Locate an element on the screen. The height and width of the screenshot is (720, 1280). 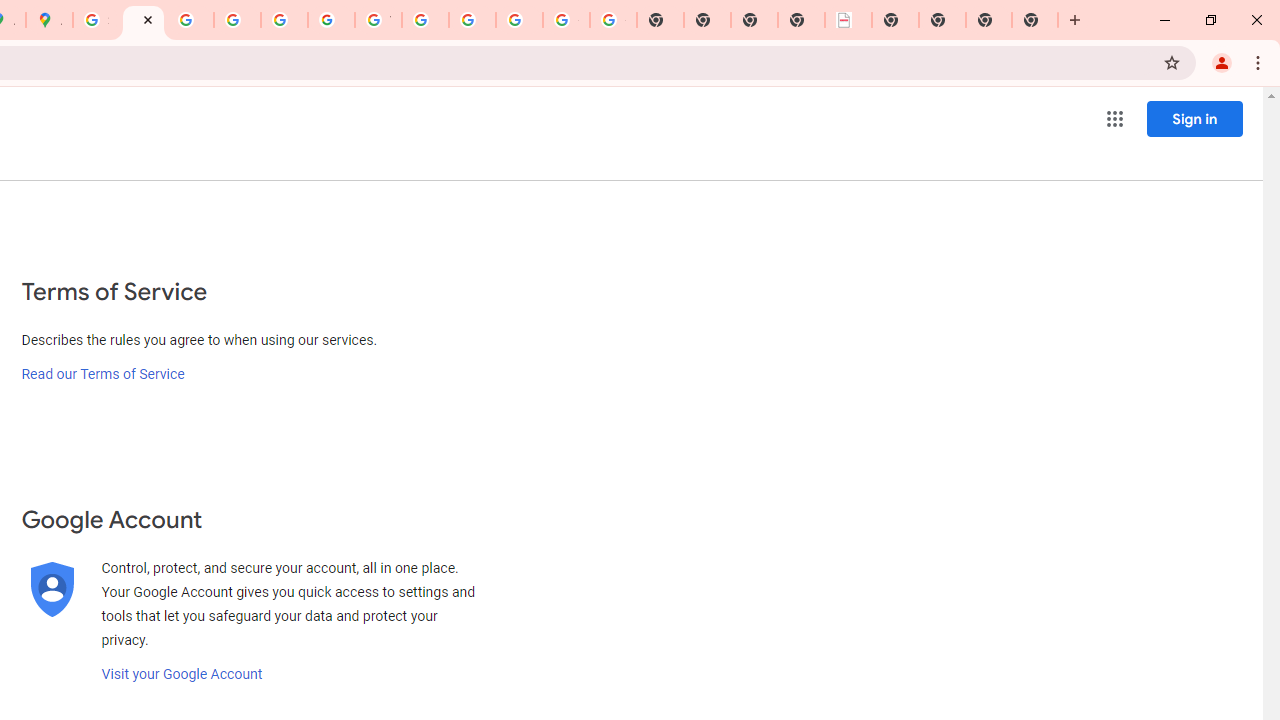
'Visit your Google Account' is located at coordinates (181, 674).